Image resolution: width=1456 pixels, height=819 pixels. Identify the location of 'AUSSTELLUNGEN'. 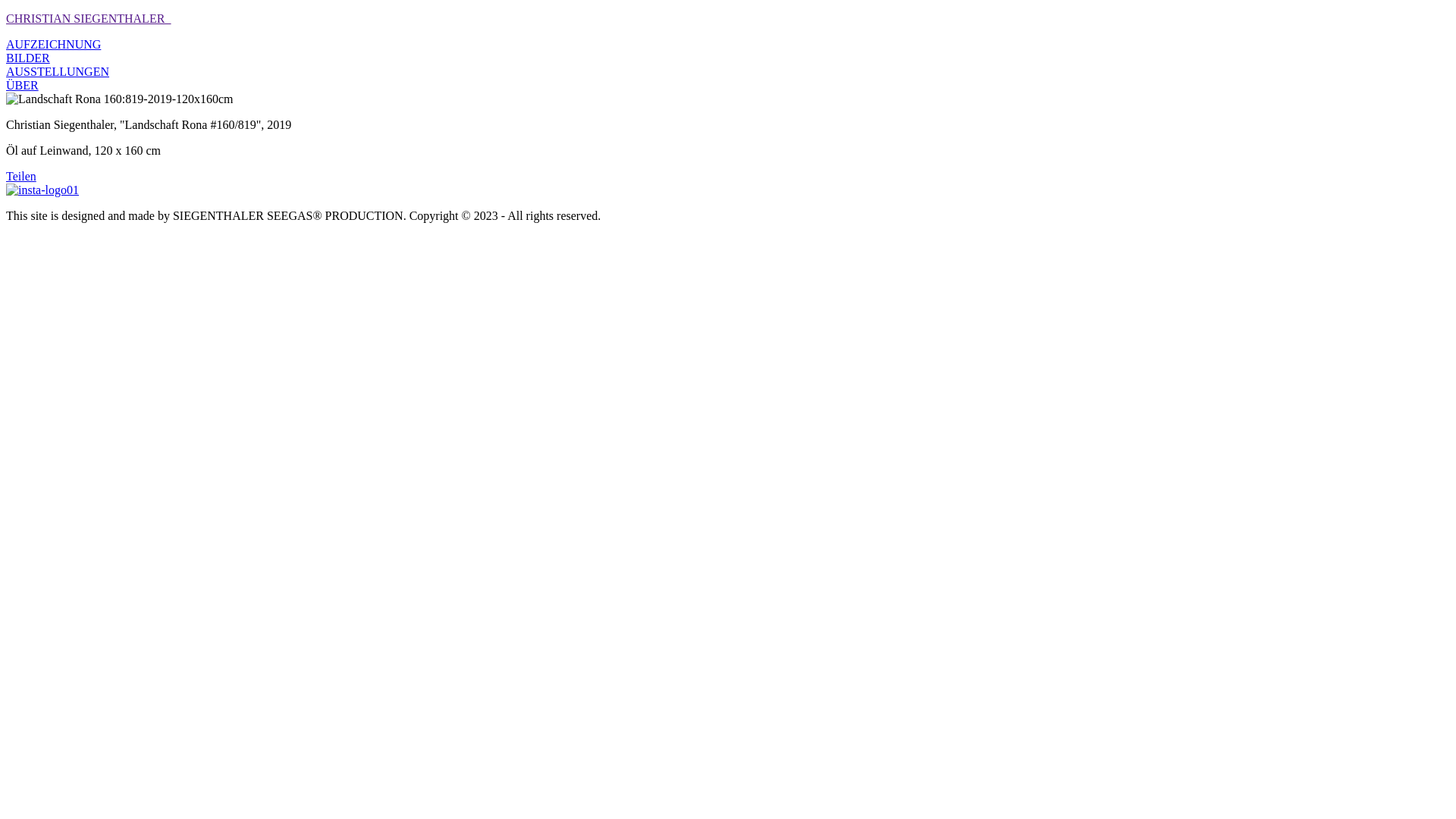
(6, 71).